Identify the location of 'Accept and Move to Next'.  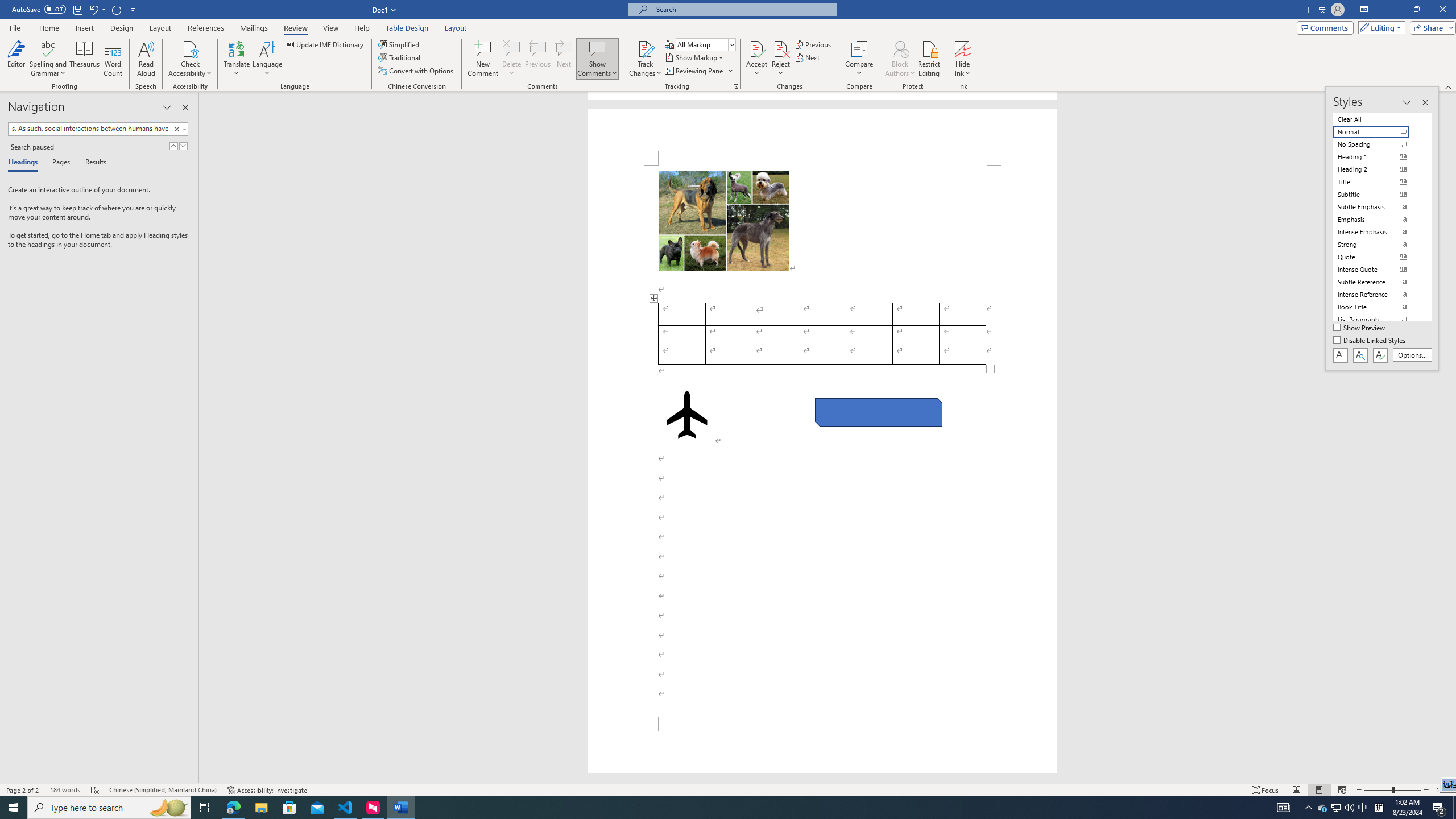
(756, 48).